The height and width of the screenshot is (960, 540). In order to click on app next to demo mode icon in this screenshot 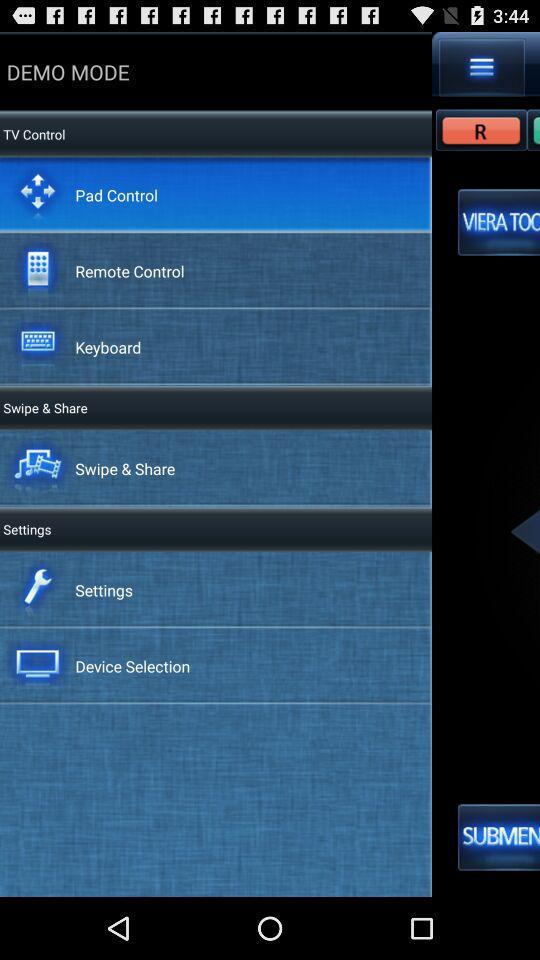, I will do `click(481, 67)`.